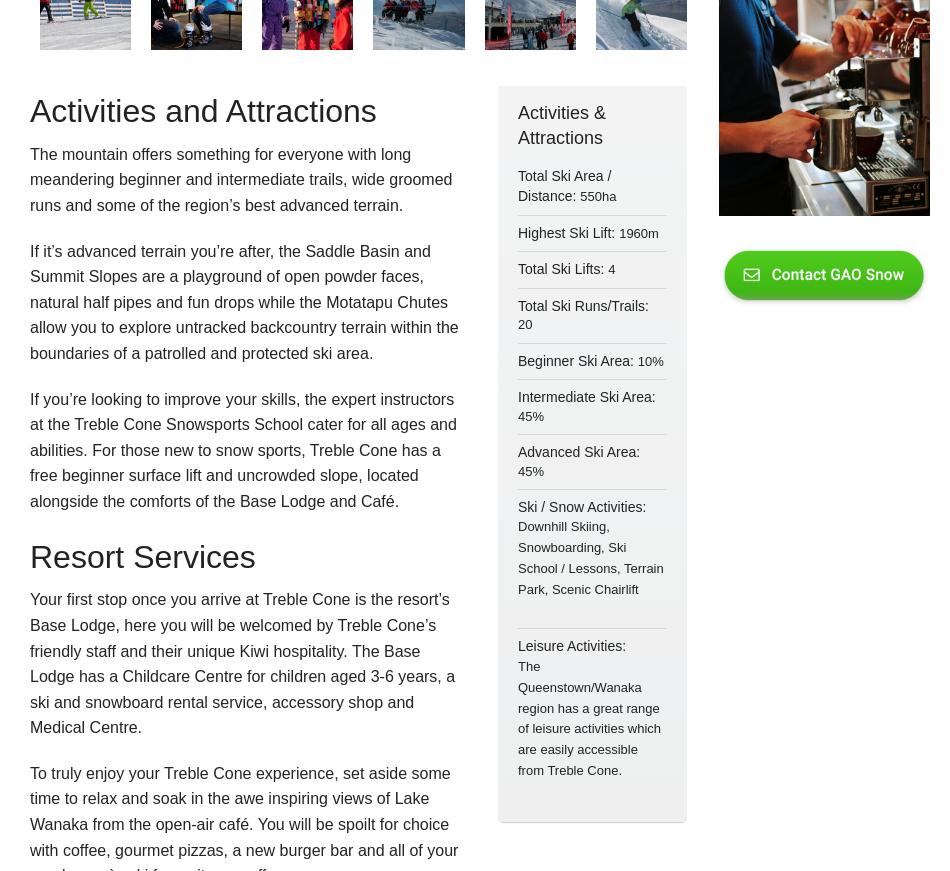 This screenshot has width=950, height=871. Describe the element at coordinates (583, 304) in the screenshot. I see `'Total Ski Runs/Trails:'` at that location.